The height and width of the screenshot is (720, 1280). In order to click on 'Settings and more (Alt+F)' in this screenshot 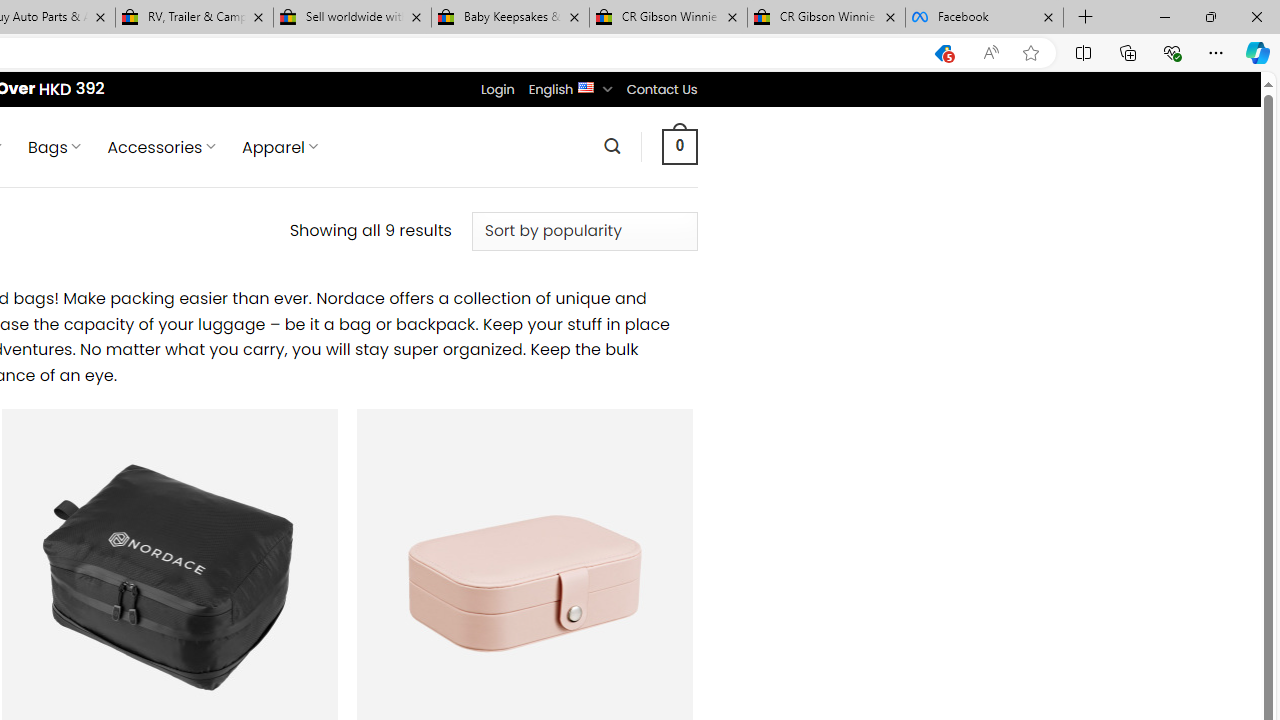, I will do `click(1215, 51)`.